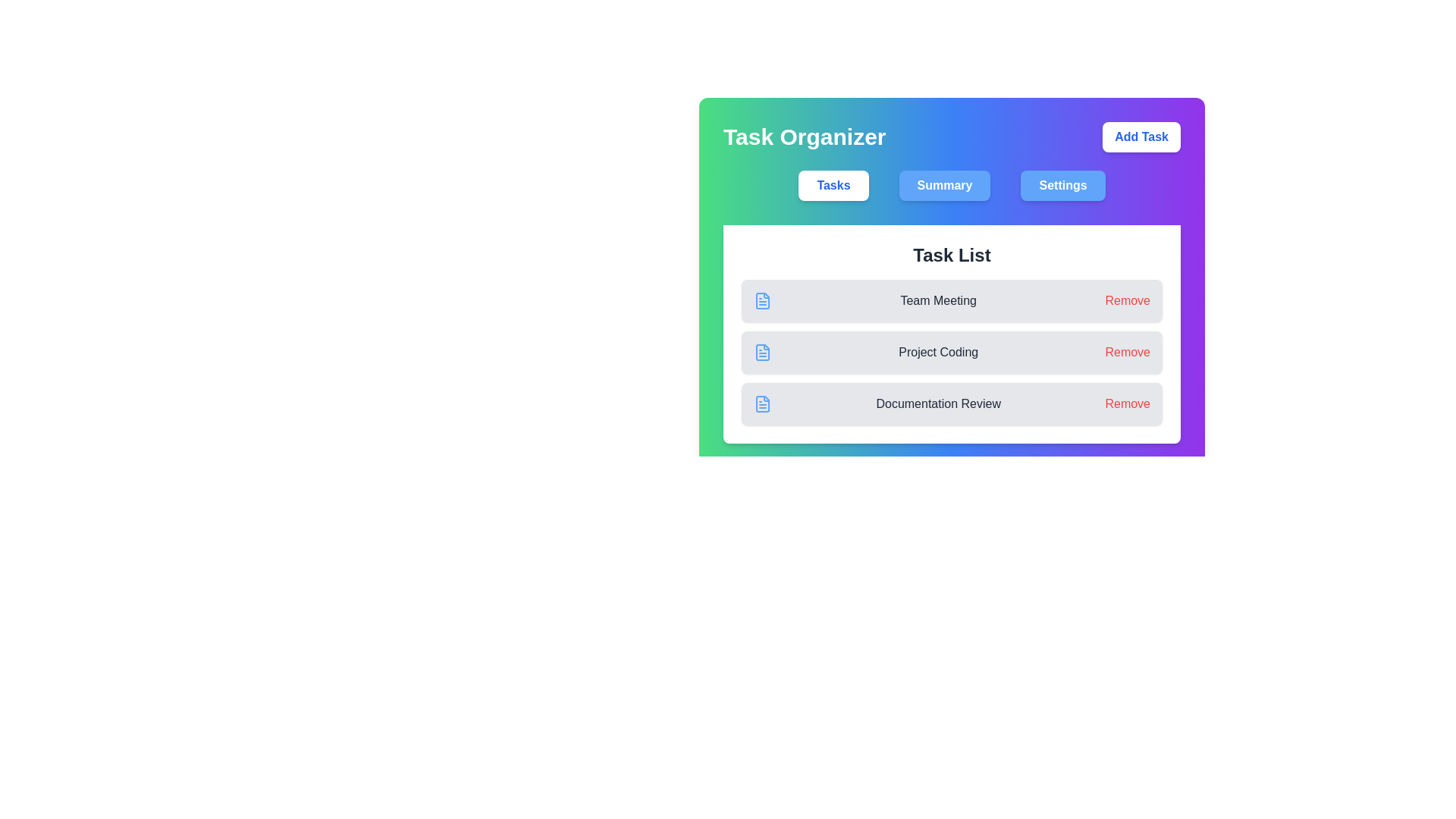  I want to click on the icon representing the 'Documentation Review' task, located at the beginning of the third row in the task list, so click(763, 403).